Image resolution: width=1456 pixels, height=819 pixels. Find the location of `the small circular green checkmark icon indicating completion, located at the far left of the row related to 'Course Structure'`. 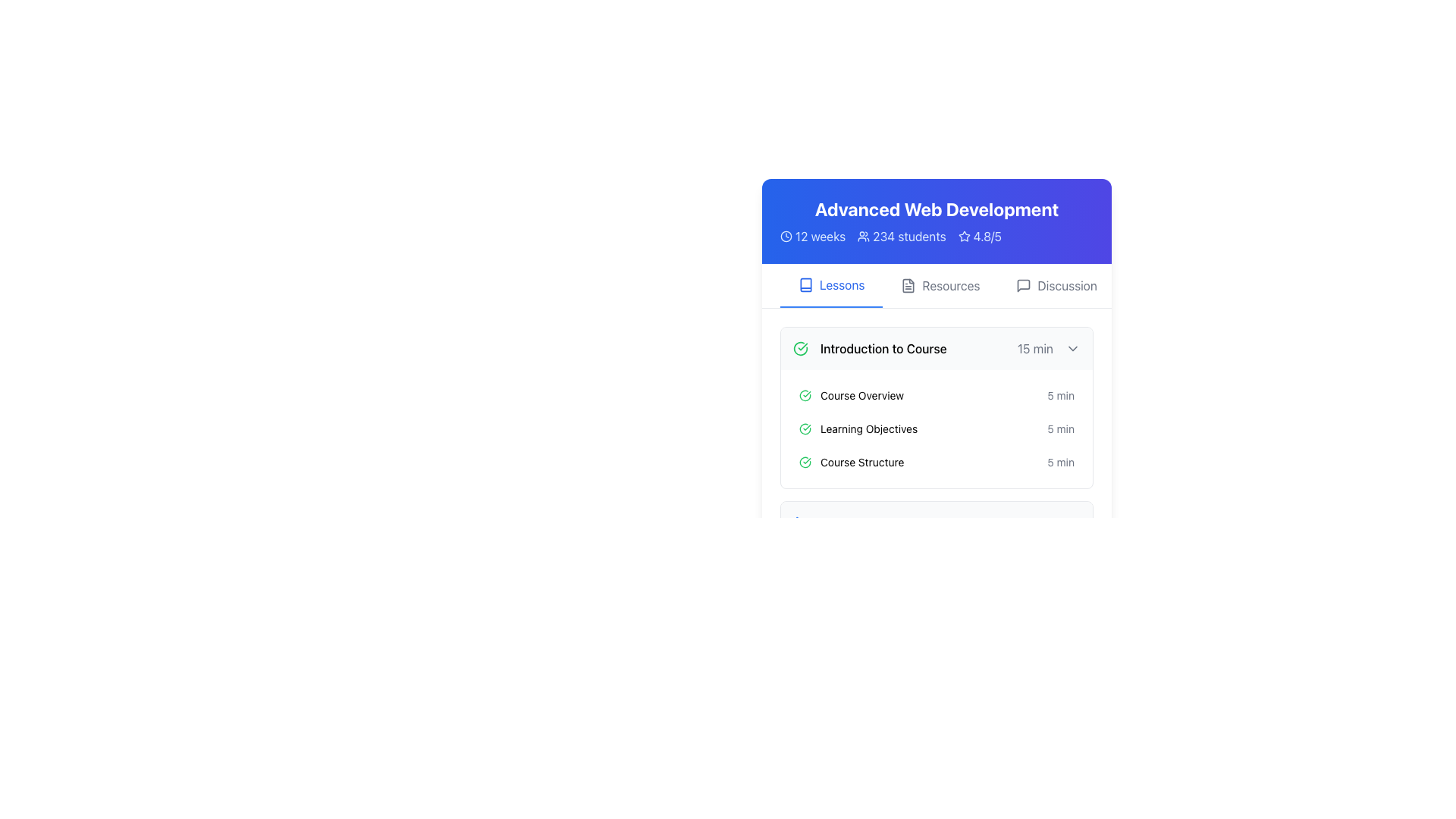

the small circular green checkmark icon indicating completion, located at the far left of the row related to 'Course Structure' is located at coordinates (804, 461).